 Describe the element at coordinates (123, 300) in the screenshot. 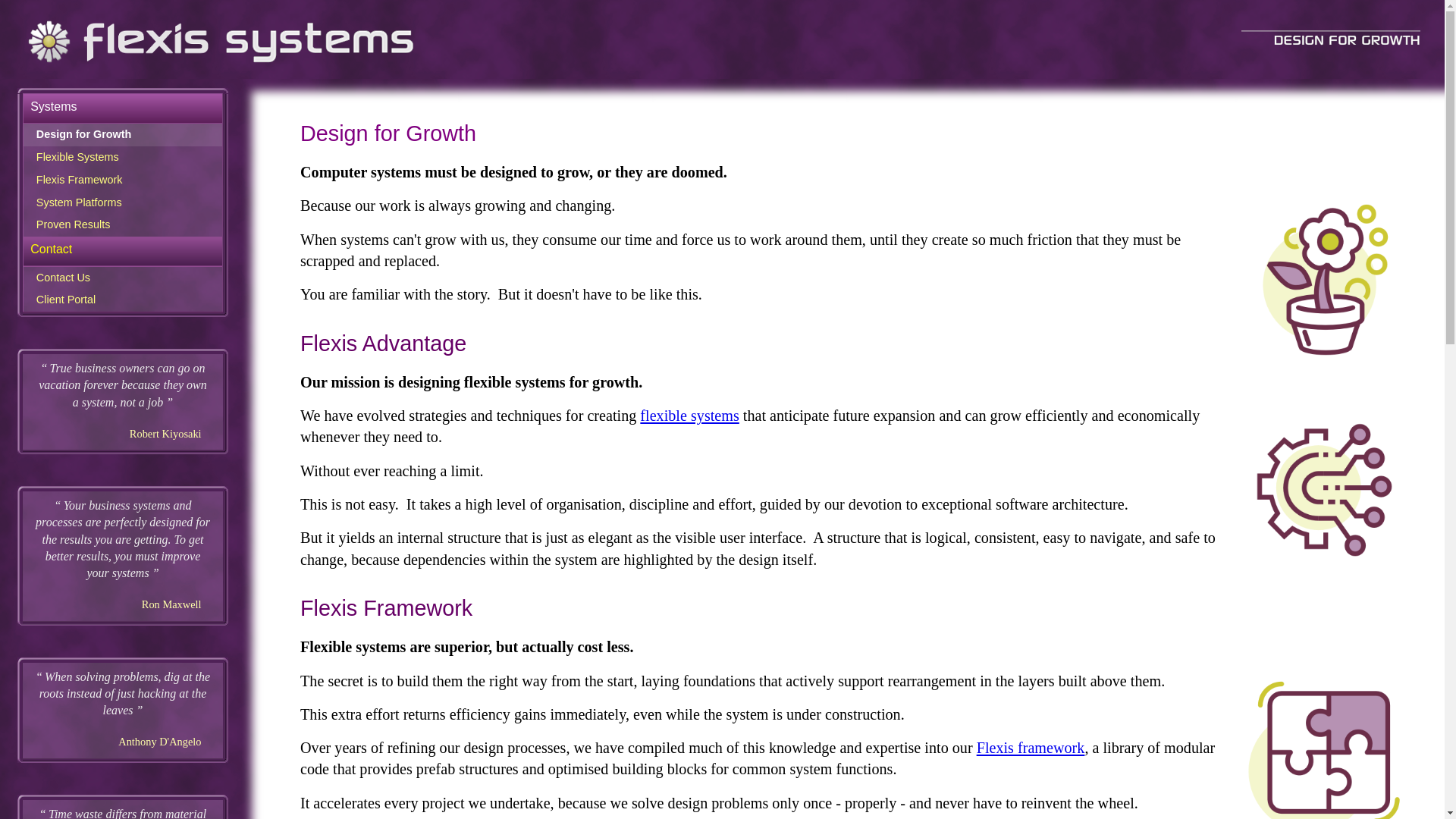

I see `'Client Portal'` at that location.